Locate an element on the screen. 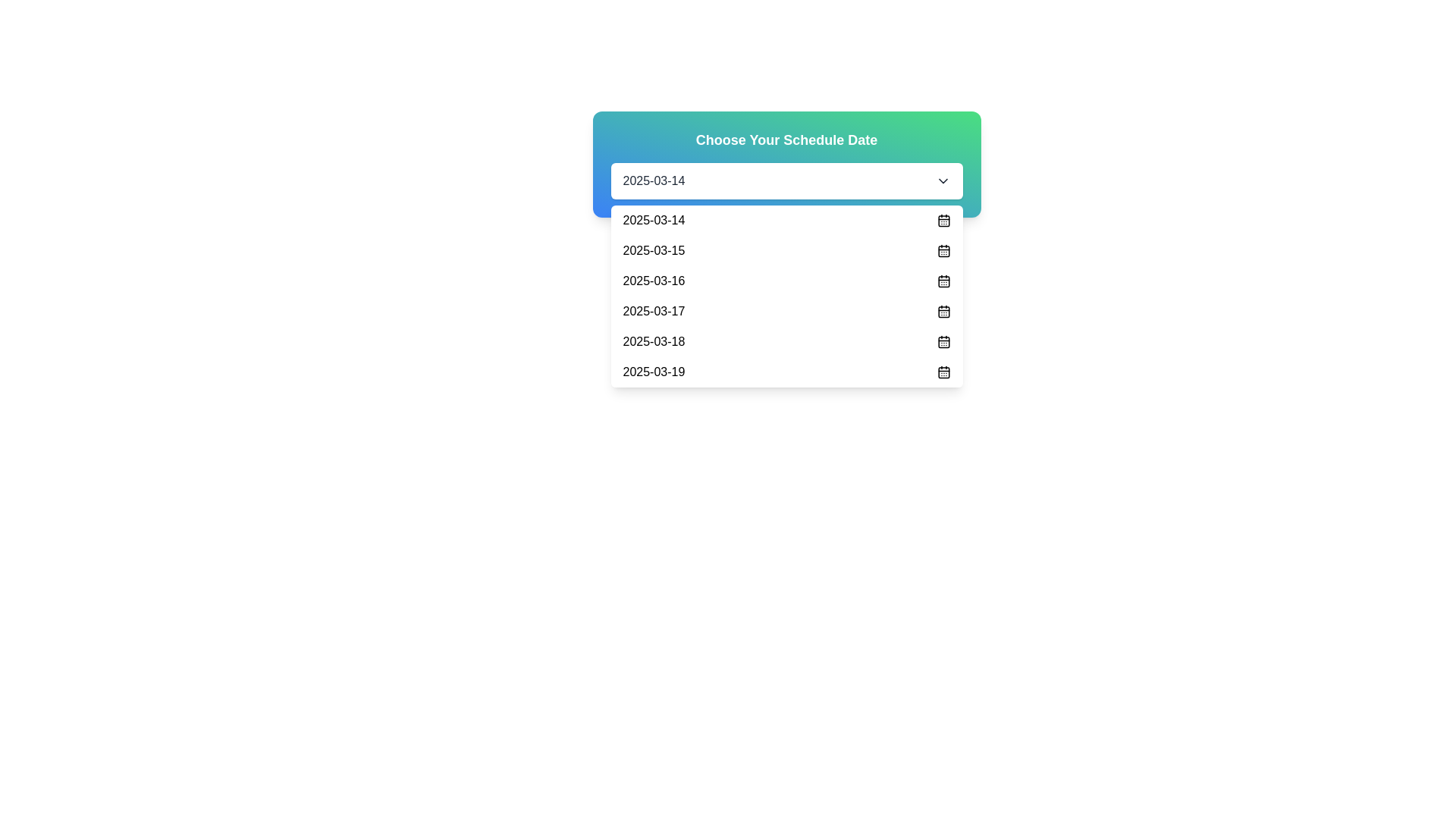 Image resolution: width=1456 pixels, height=819 pixels. the sixth item in the dropdown menu is located at coordinates (786, 372).